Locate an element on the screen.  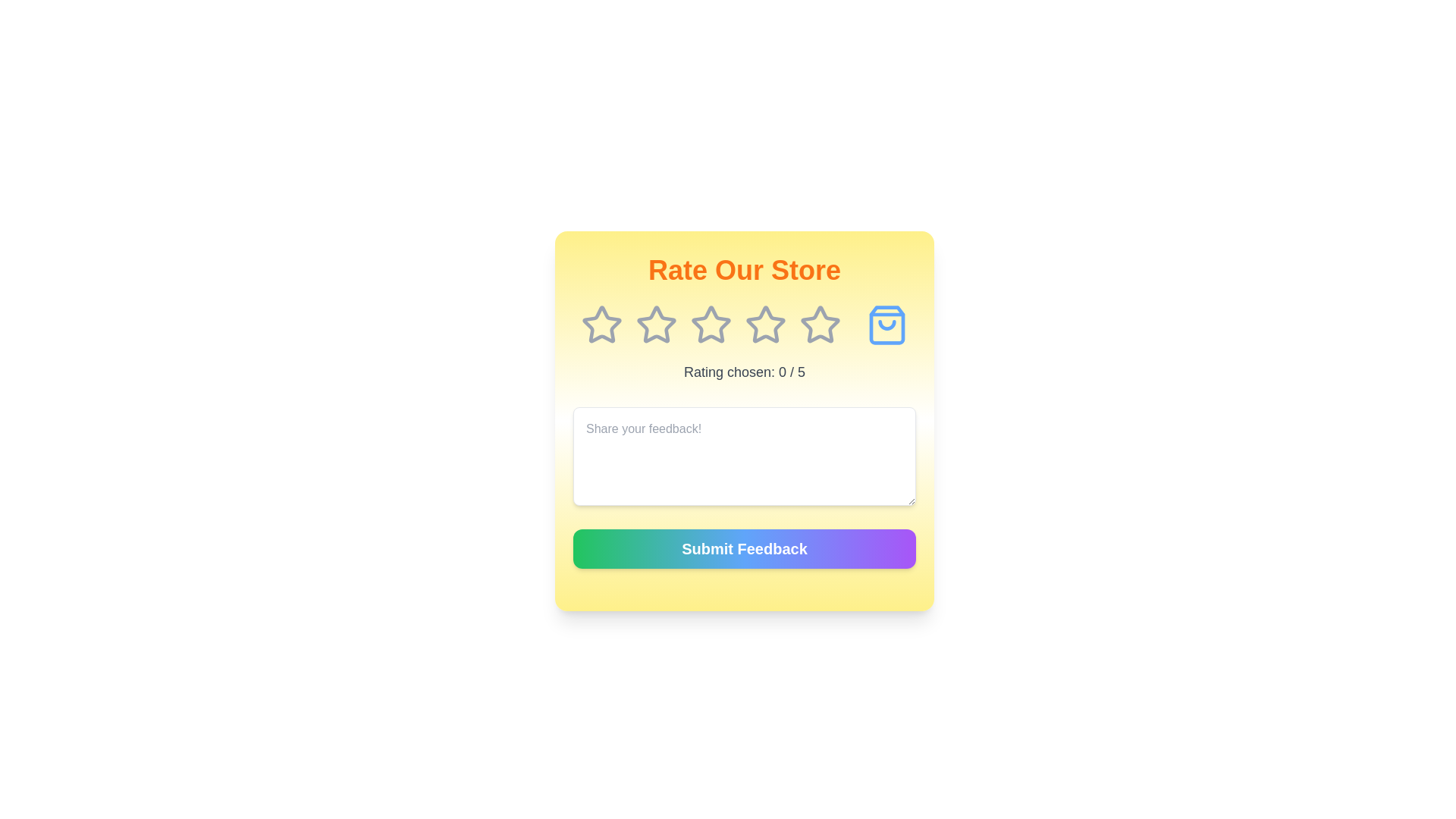
the star corresponding to the desired rating 1 to set the rating is located at coordinates (601, 324).